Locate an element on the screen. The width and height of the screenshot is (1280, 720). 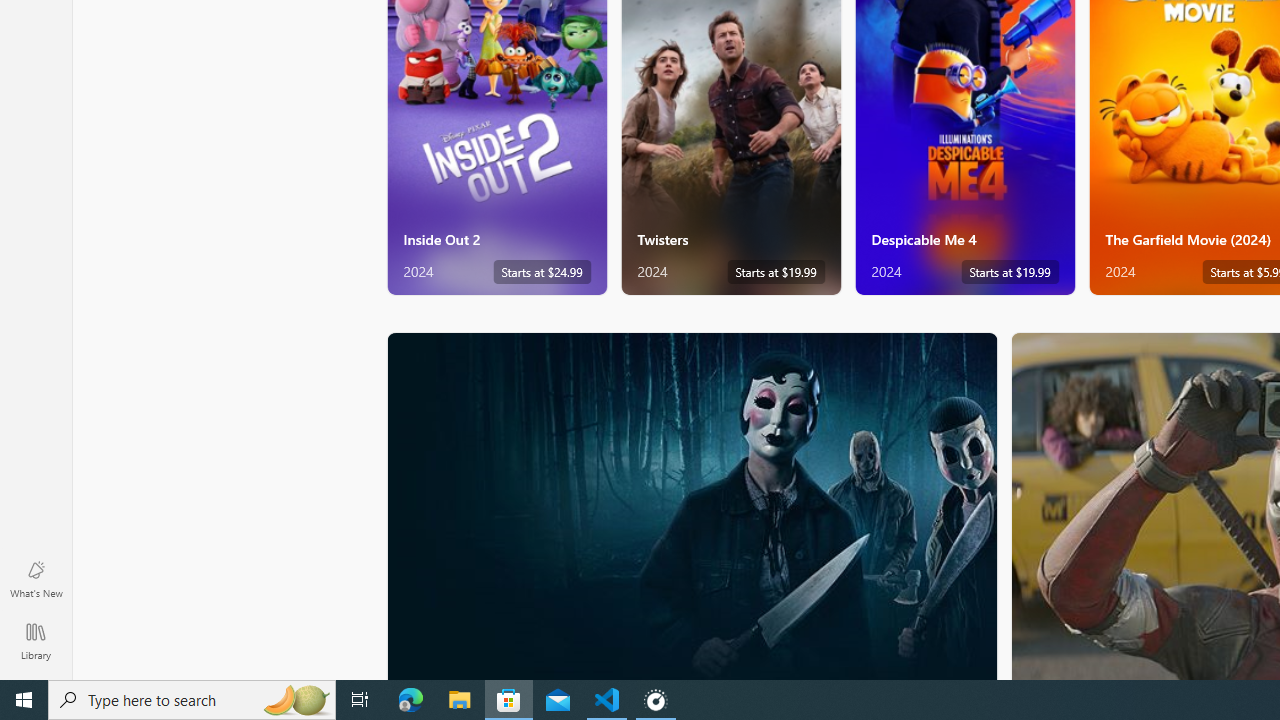
'Horror' is located at coordinates (692, 504).